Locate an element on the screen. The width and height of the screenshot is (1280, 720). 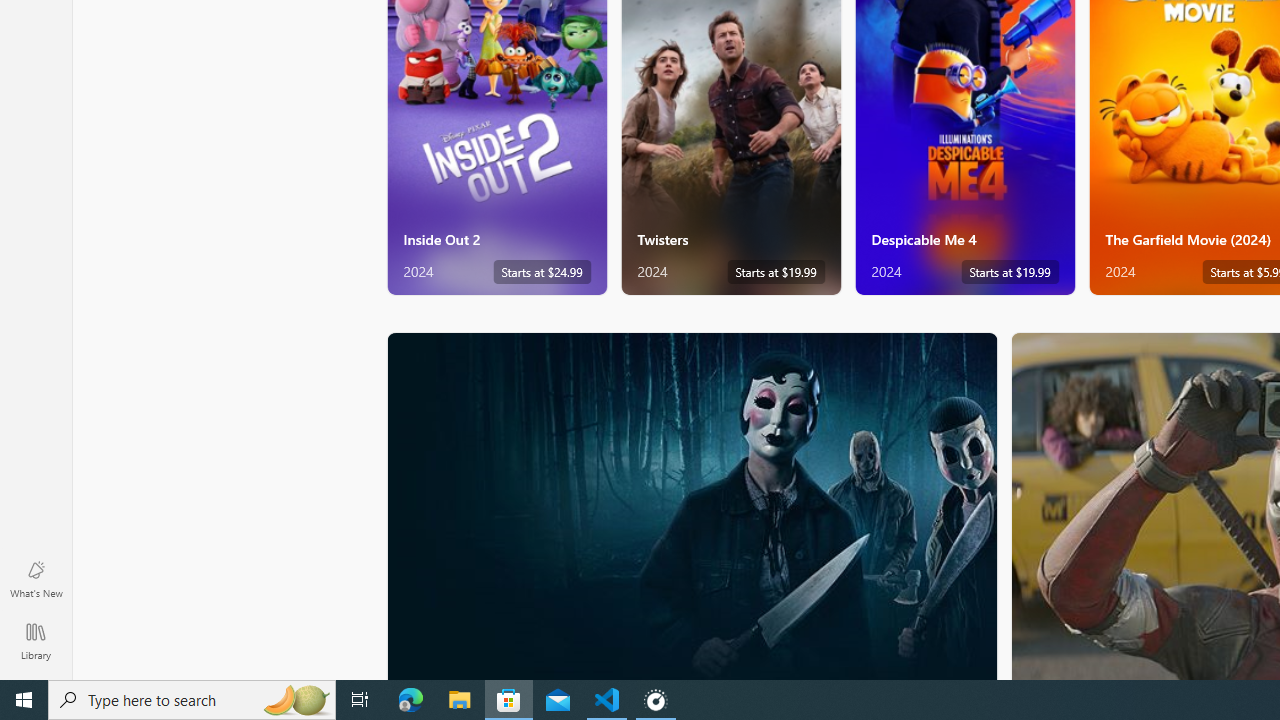
'Horror' is located at coordinates (692, 504).